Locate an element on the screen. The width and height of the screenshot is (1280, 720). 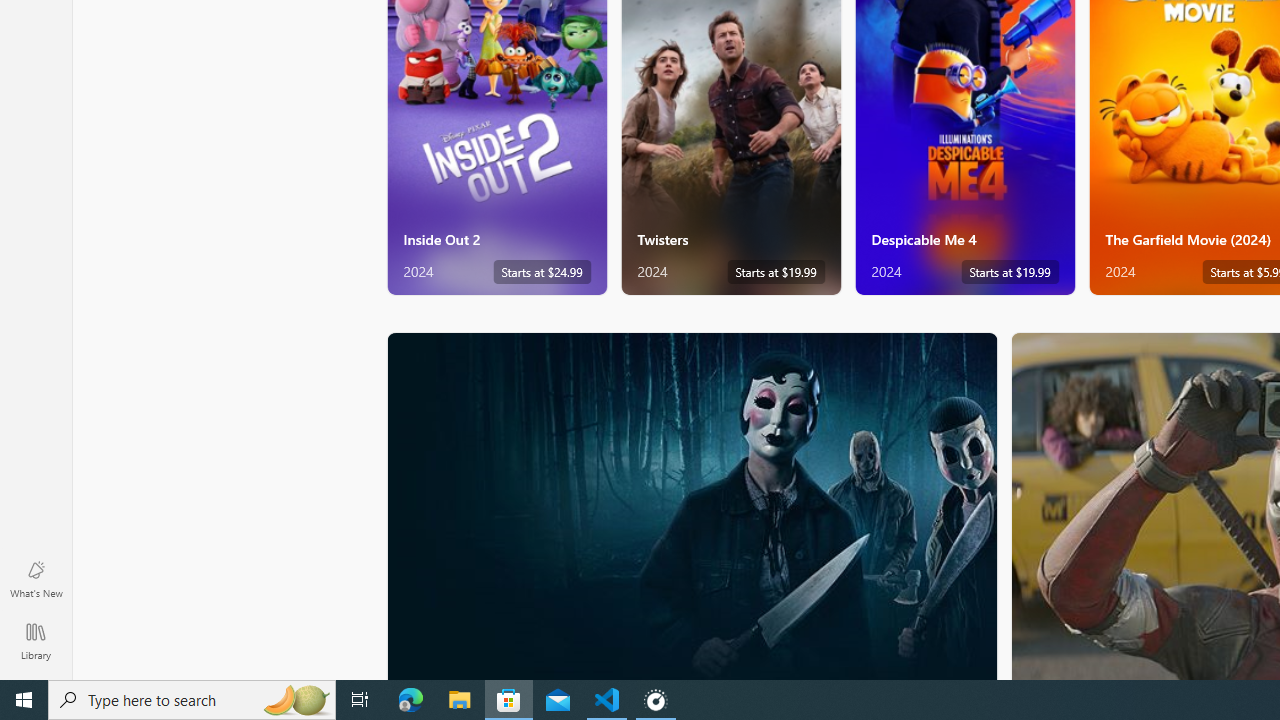
'Horror' is located at coordinates (692, 504).